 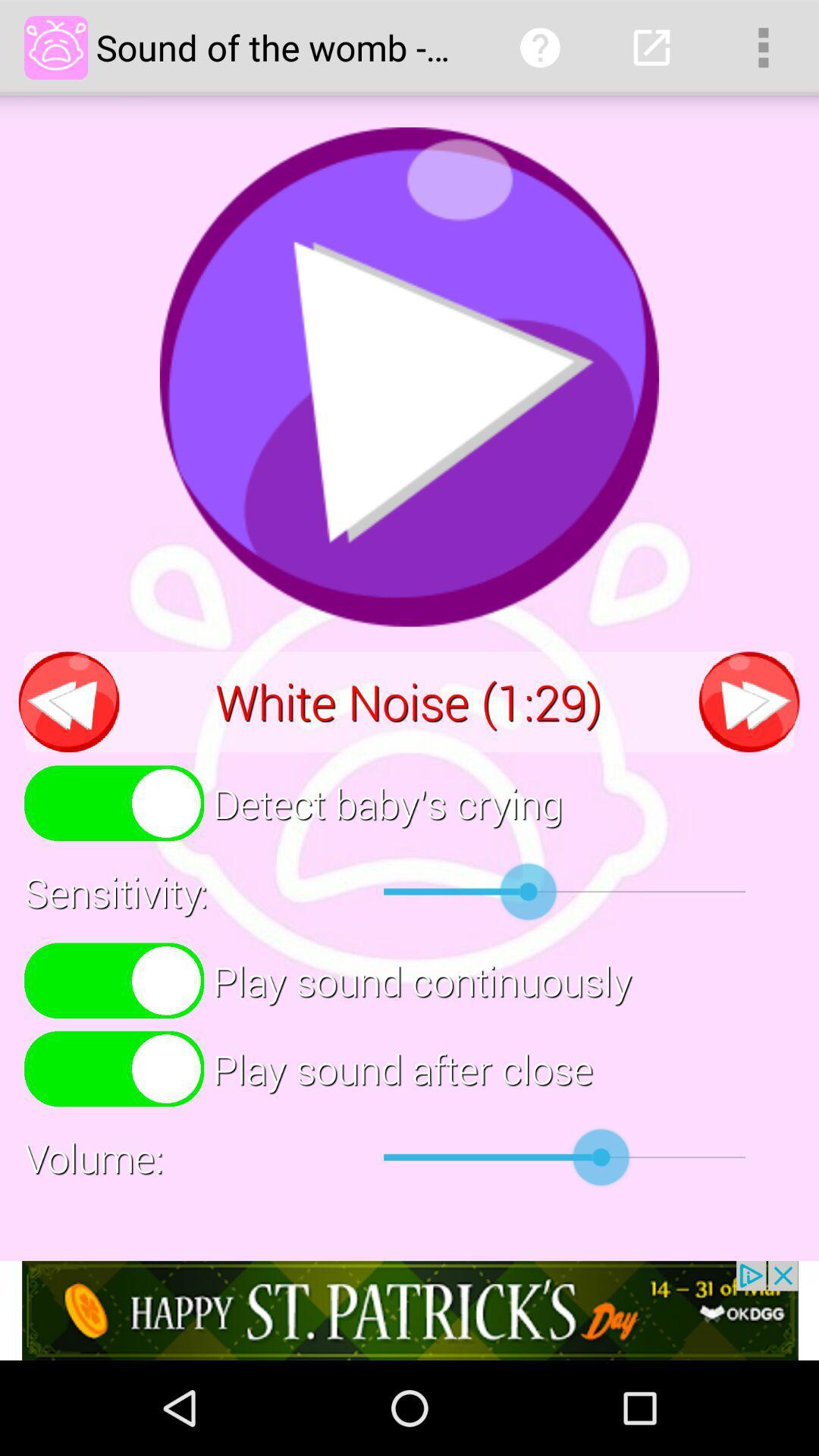 What do you see at coordinates (409, 377) in the screenshot?
I see `press play` at bounding box center [409, 377].